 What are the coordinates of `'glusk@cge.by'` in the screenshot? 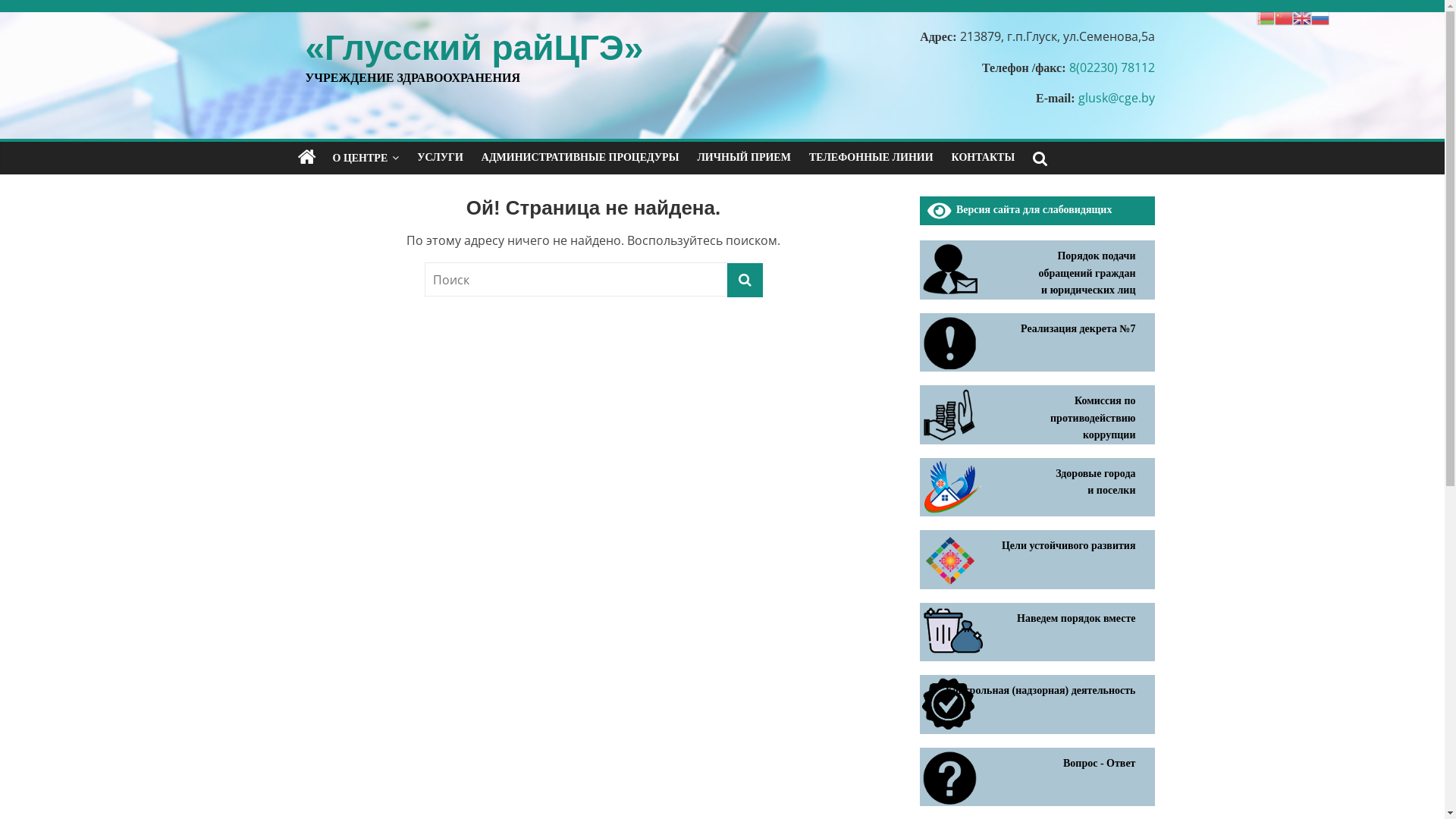 It's located at (1116, 97).